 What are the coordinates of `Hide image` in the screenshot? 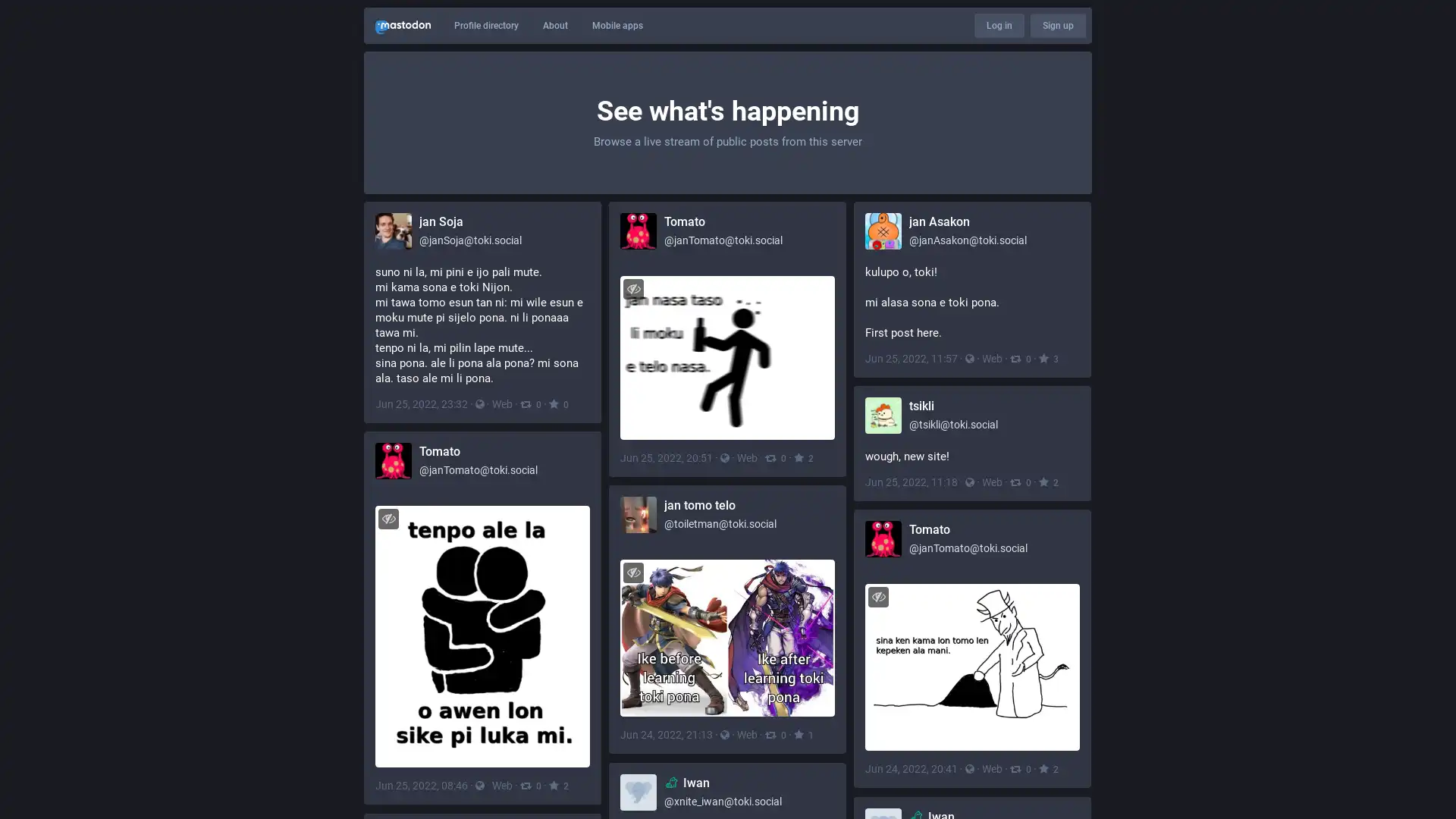 It's located at (633, 288).